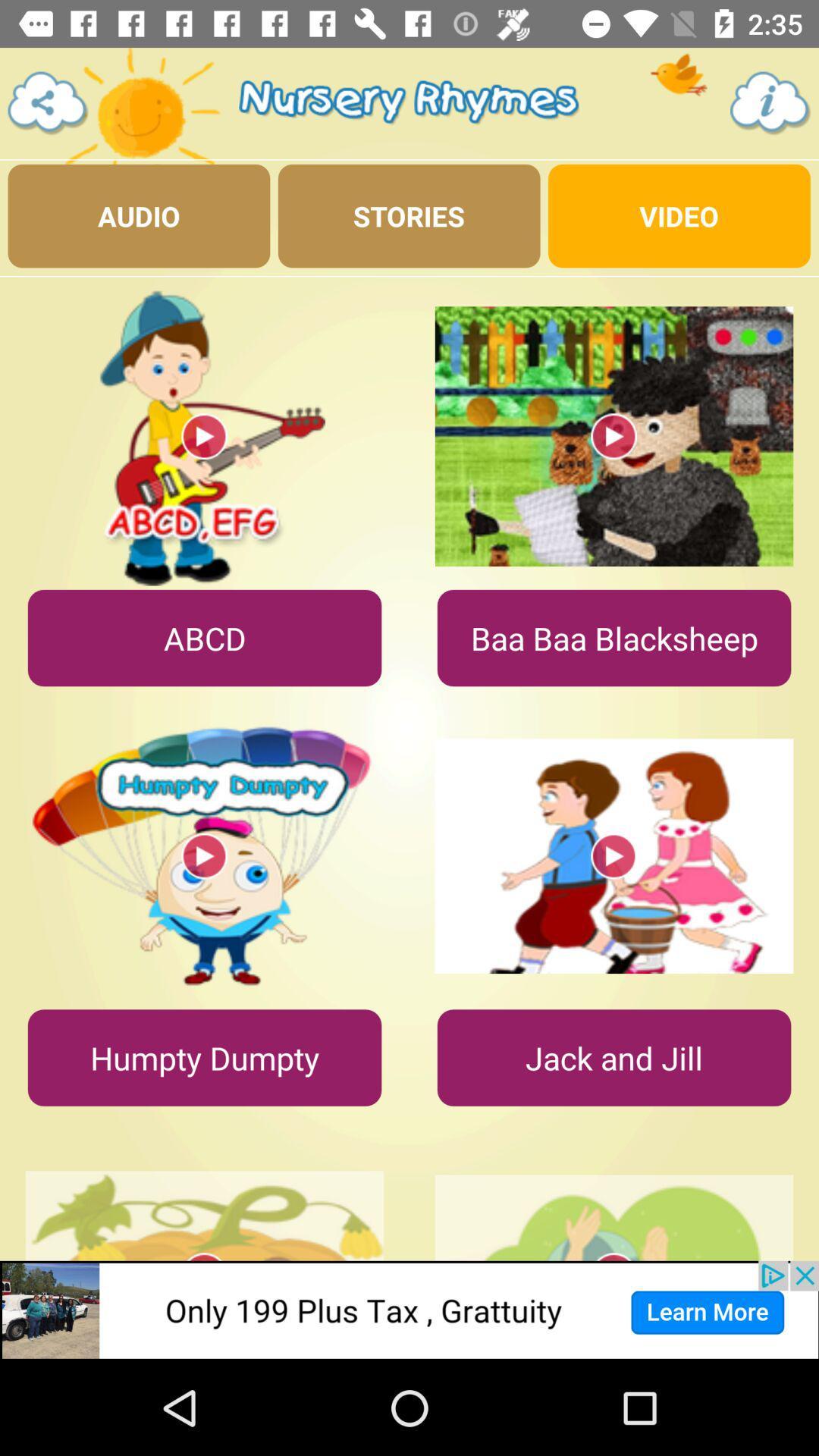 The image size is (819, 1456). What do you see at coordinates (770, 102) in the screenshot?
I see `get information` at bounding box center [770, 102].